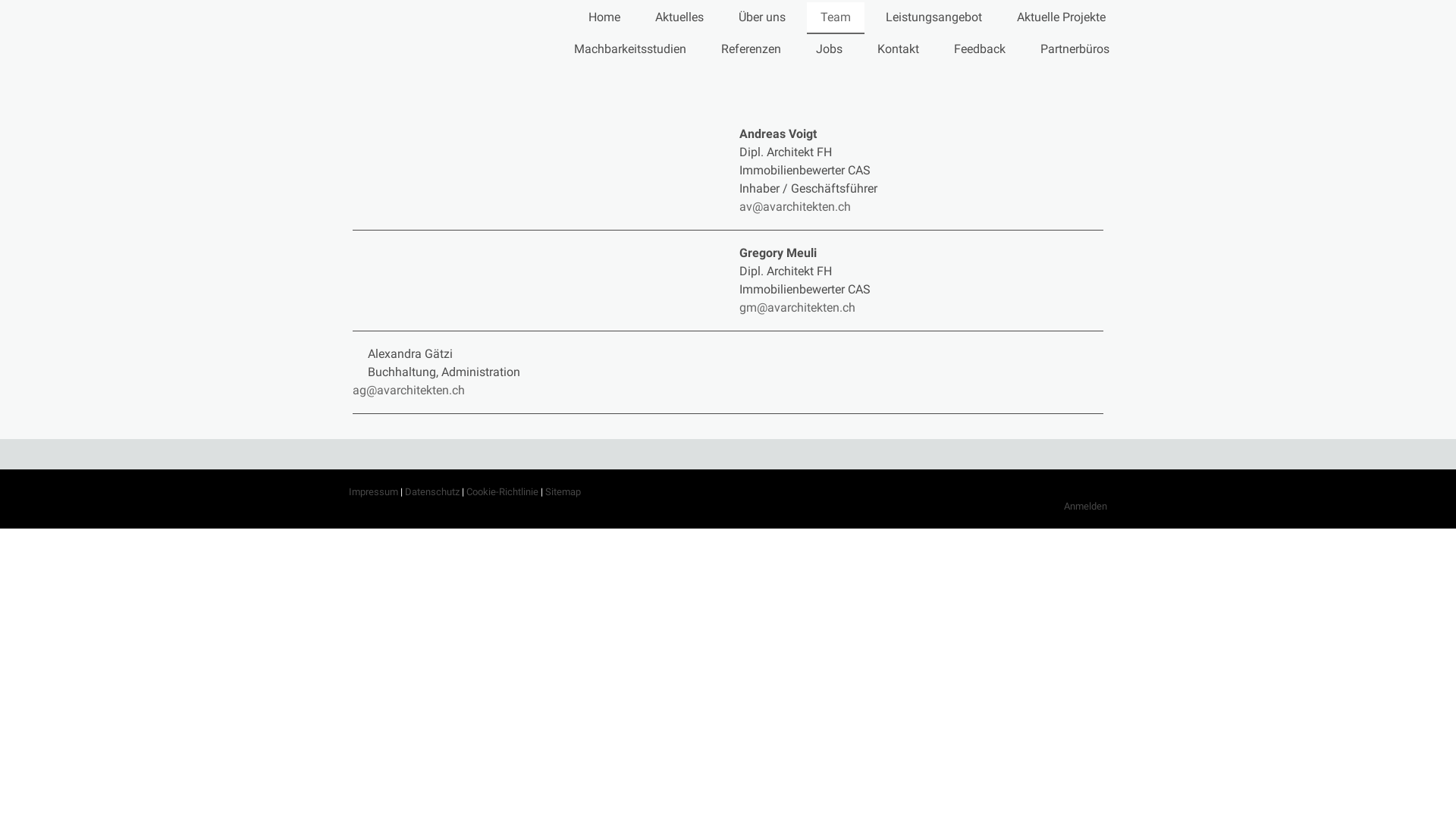 The height and width of the screenshot is (819, 1456). I want to click on 'Anmelden', so click(1084, 506).